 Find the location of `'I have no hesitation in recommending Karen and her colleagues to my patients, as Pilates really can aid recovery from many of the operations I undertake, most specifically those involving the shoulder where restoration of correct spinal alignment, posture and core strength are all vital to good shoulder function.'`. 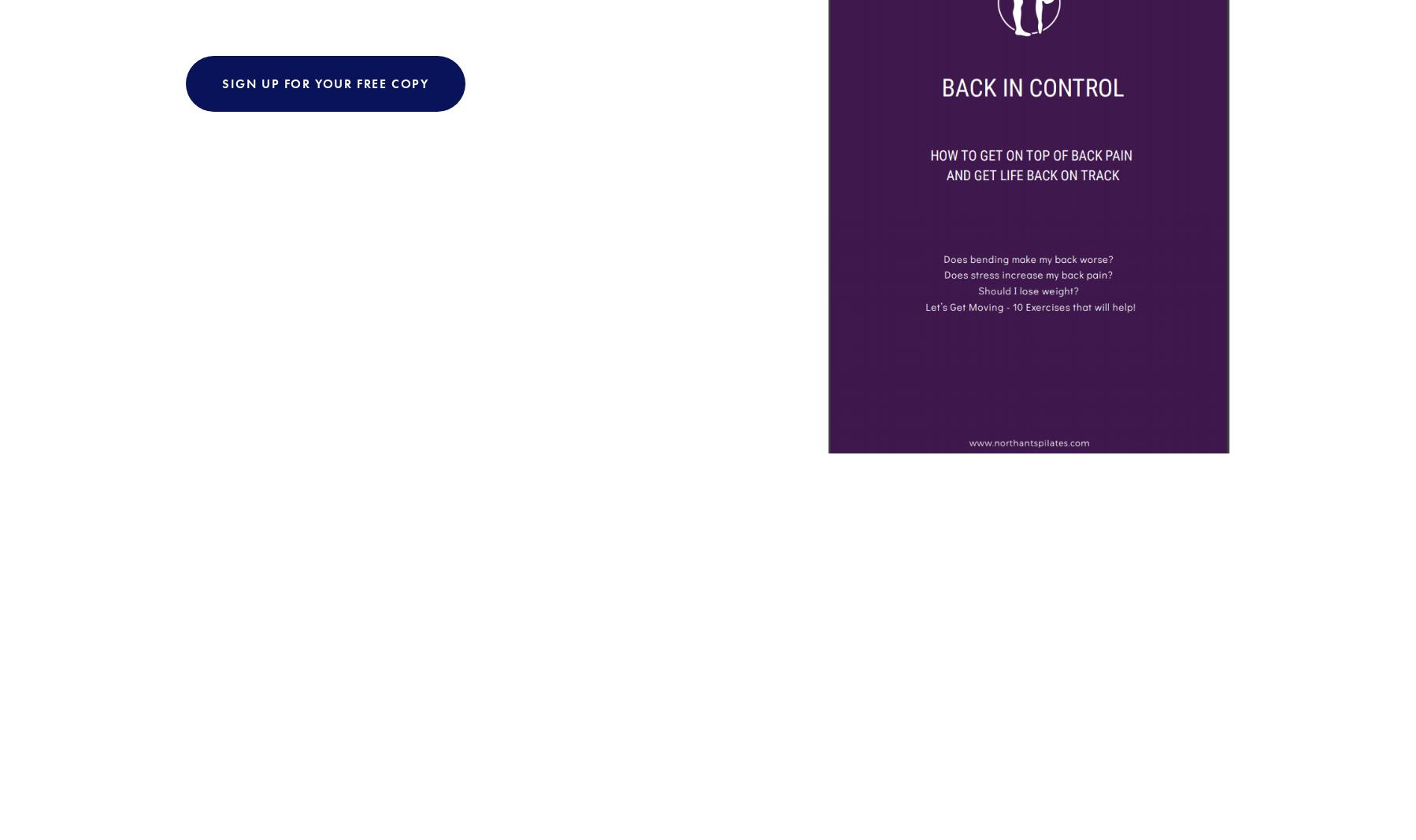

'I have no hesitation in recommending Karen and her colleagues to my patients, as Pilates really can aid recovery from many of the operations I undertake, most specifically those involving the shoulder where restoration of correct spinal alignment, posture and core strength are all vital to good shoulder function.' is located at coordinates (710, 630).